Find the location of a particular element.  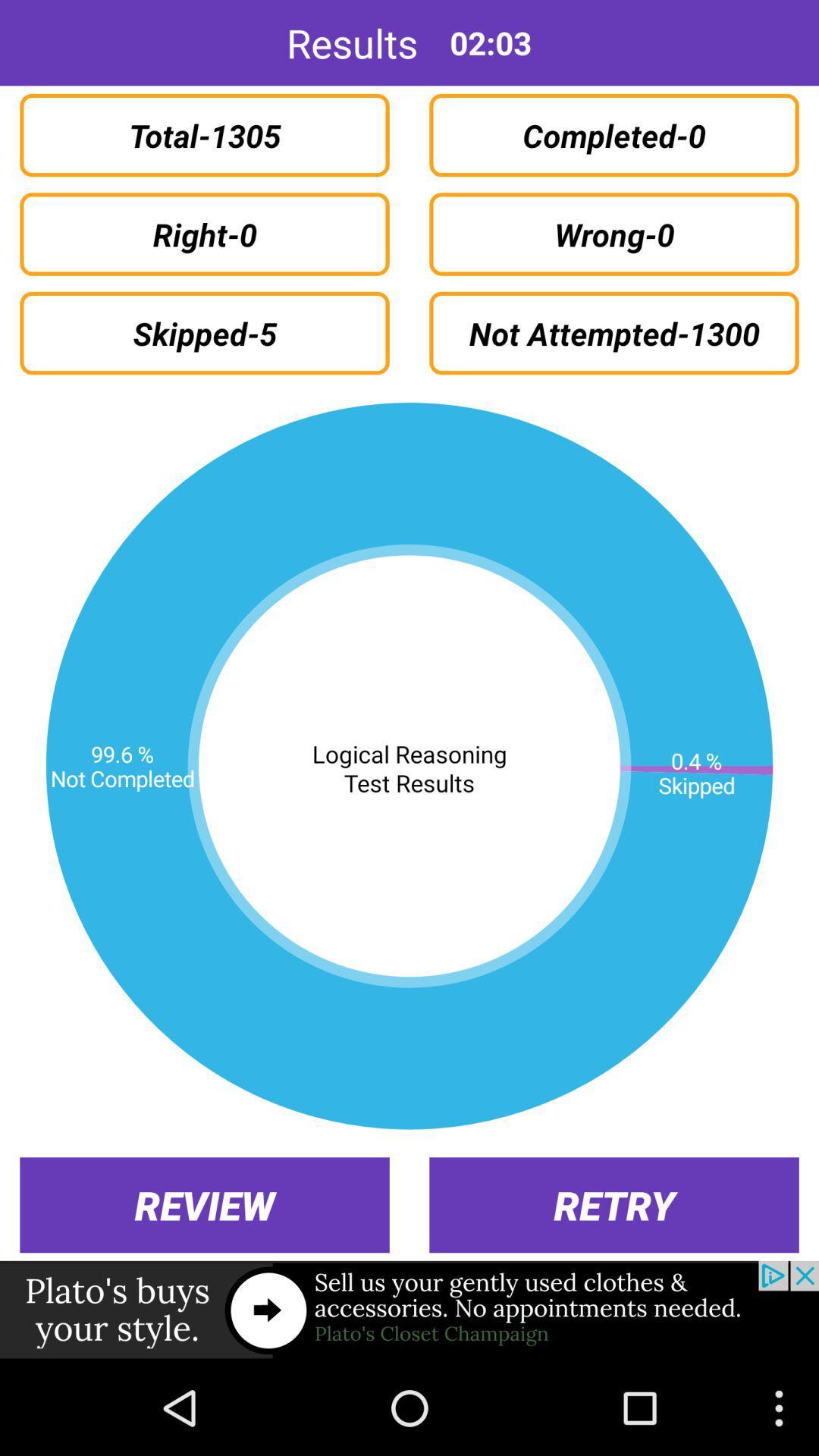

advertisement option is located at coordinates (409, 1310).